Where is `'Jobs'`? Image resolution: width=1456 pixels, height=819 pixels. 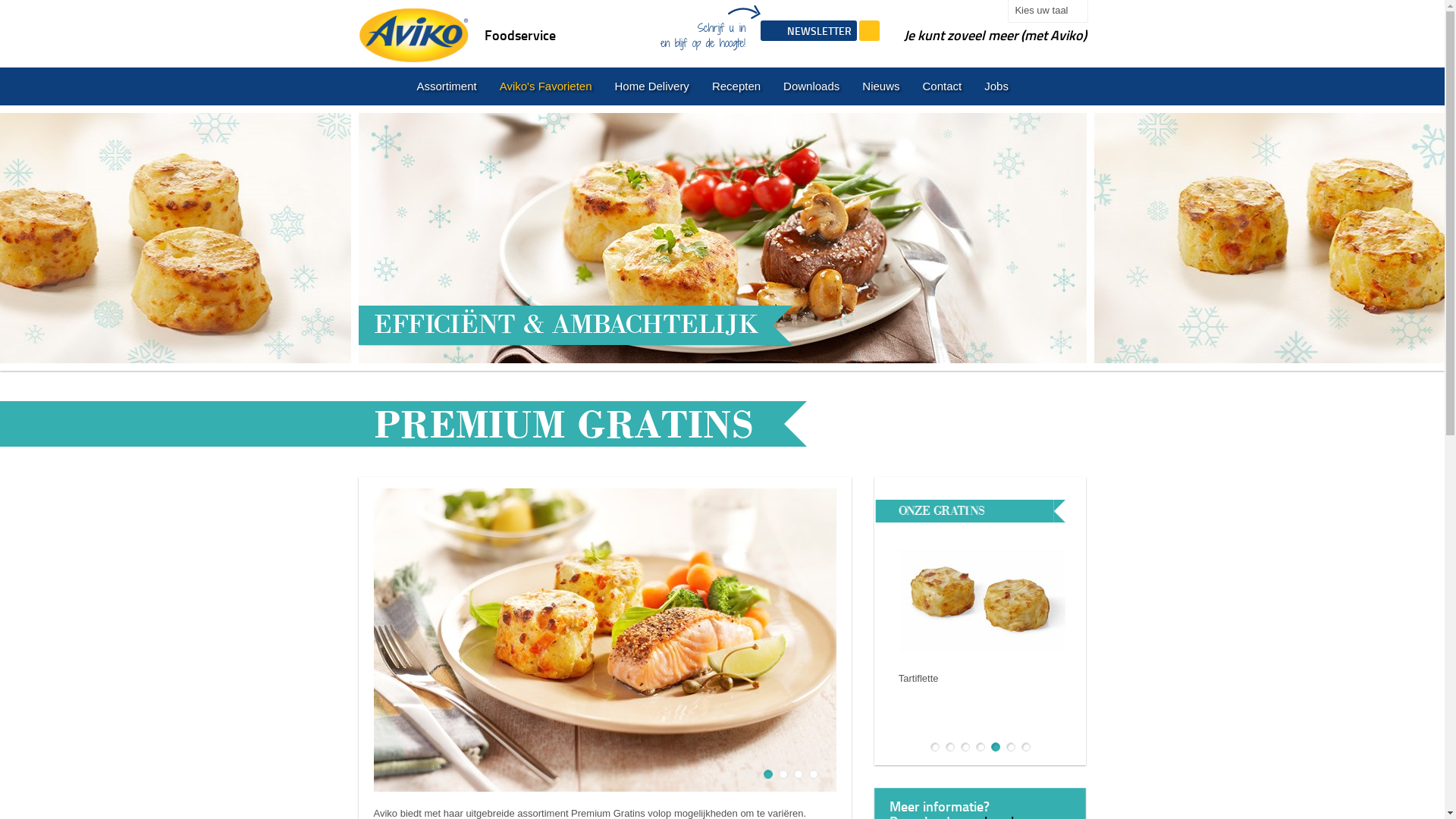
'Jobs' is located at coordinates (996, 86).